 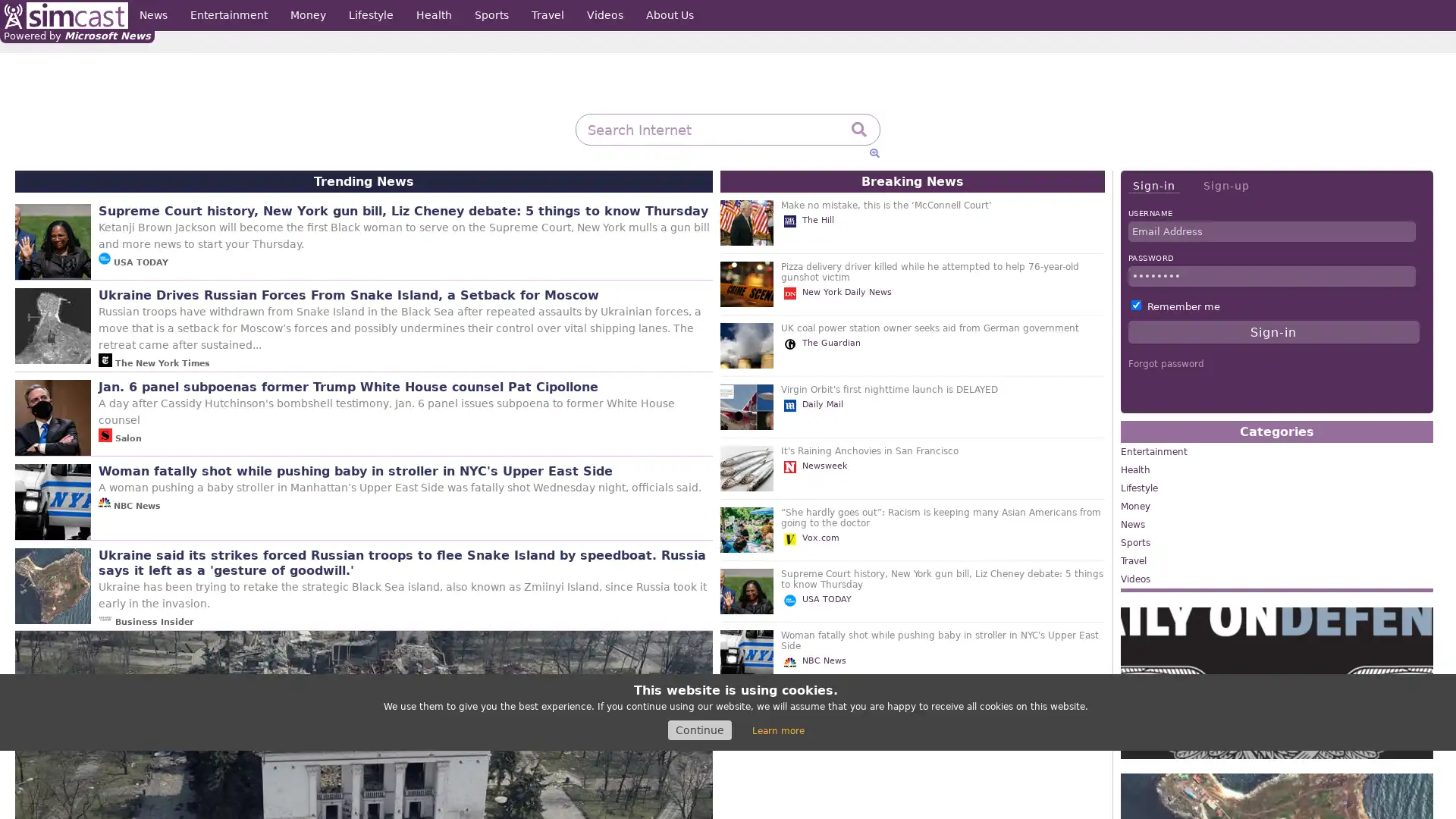 What do you see at coordinates (1225, 185) in the screenshot?
I see `Sign-up` at bounding box center [1225, 185].